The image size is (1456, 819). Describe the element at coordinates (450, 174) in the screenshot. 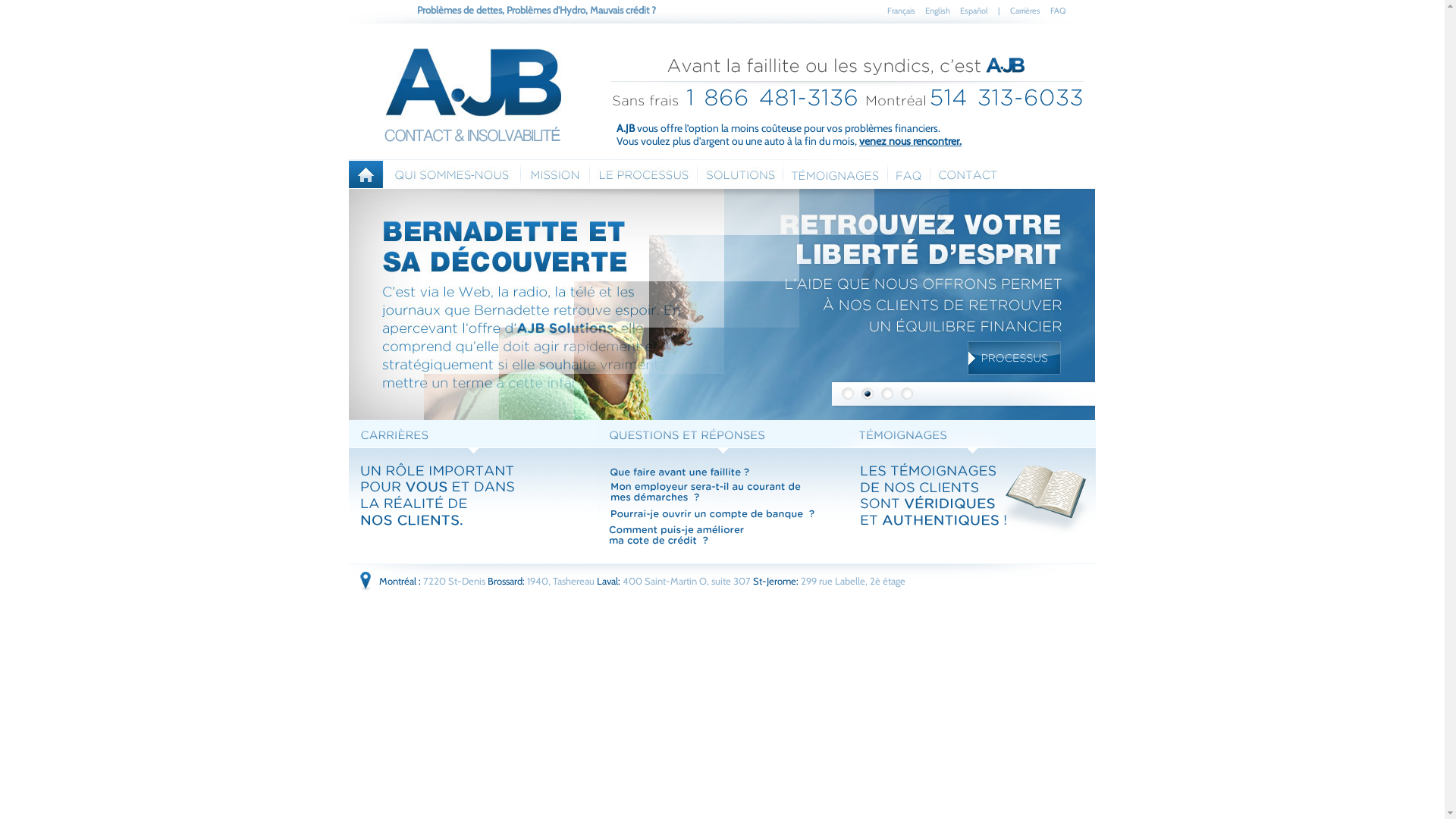

I see `'Qui sommes nous'` at that location.